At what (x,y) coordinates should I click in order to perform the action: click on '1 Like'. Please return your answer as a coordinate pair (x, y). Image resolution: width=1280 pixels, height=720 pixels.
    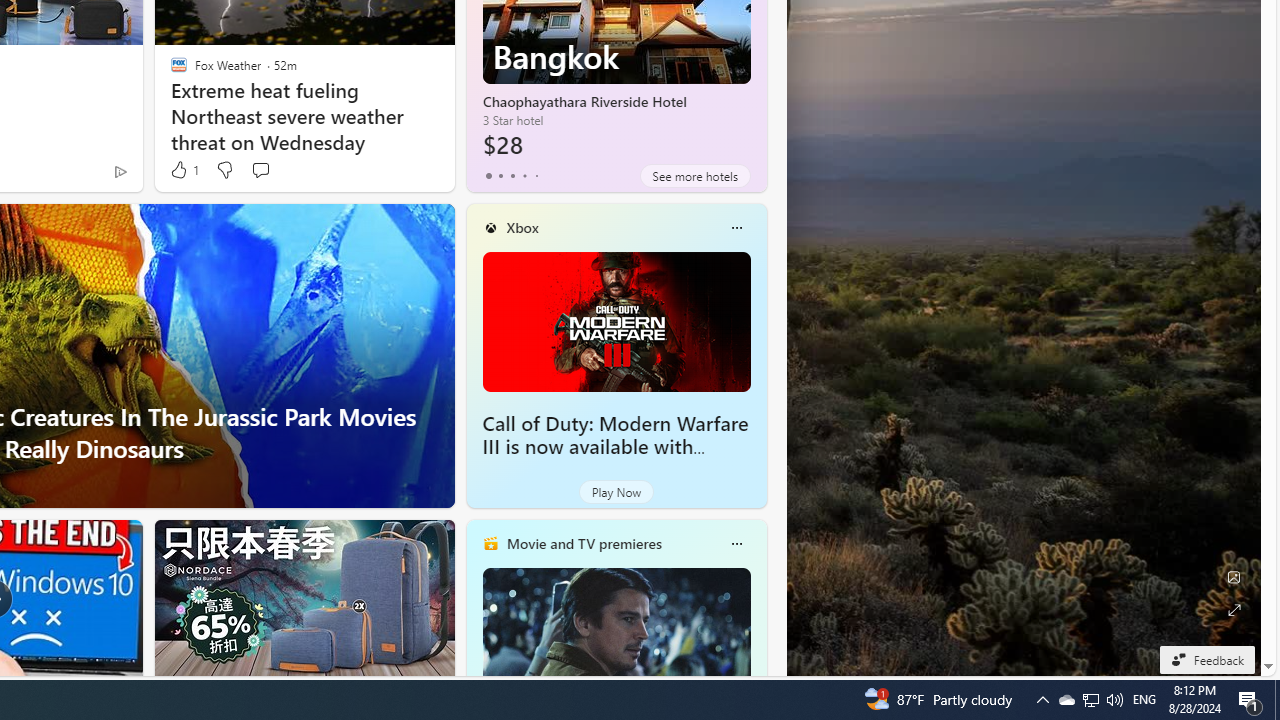
    Looking at the image, I should click on (183, 169).